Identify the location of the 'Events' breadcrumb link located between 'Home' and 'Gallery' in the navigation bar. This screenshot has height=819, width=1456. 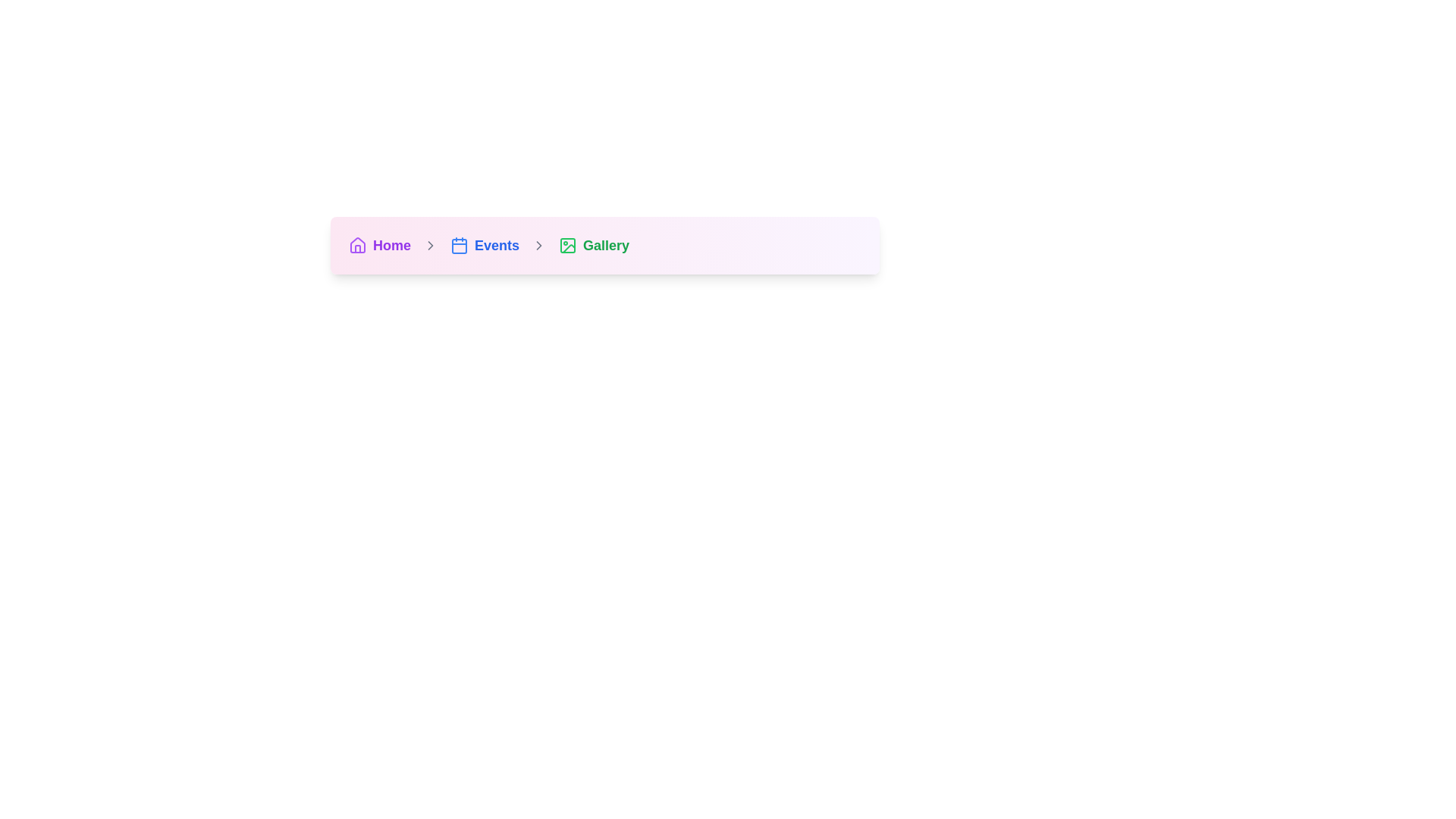
(484, 245).